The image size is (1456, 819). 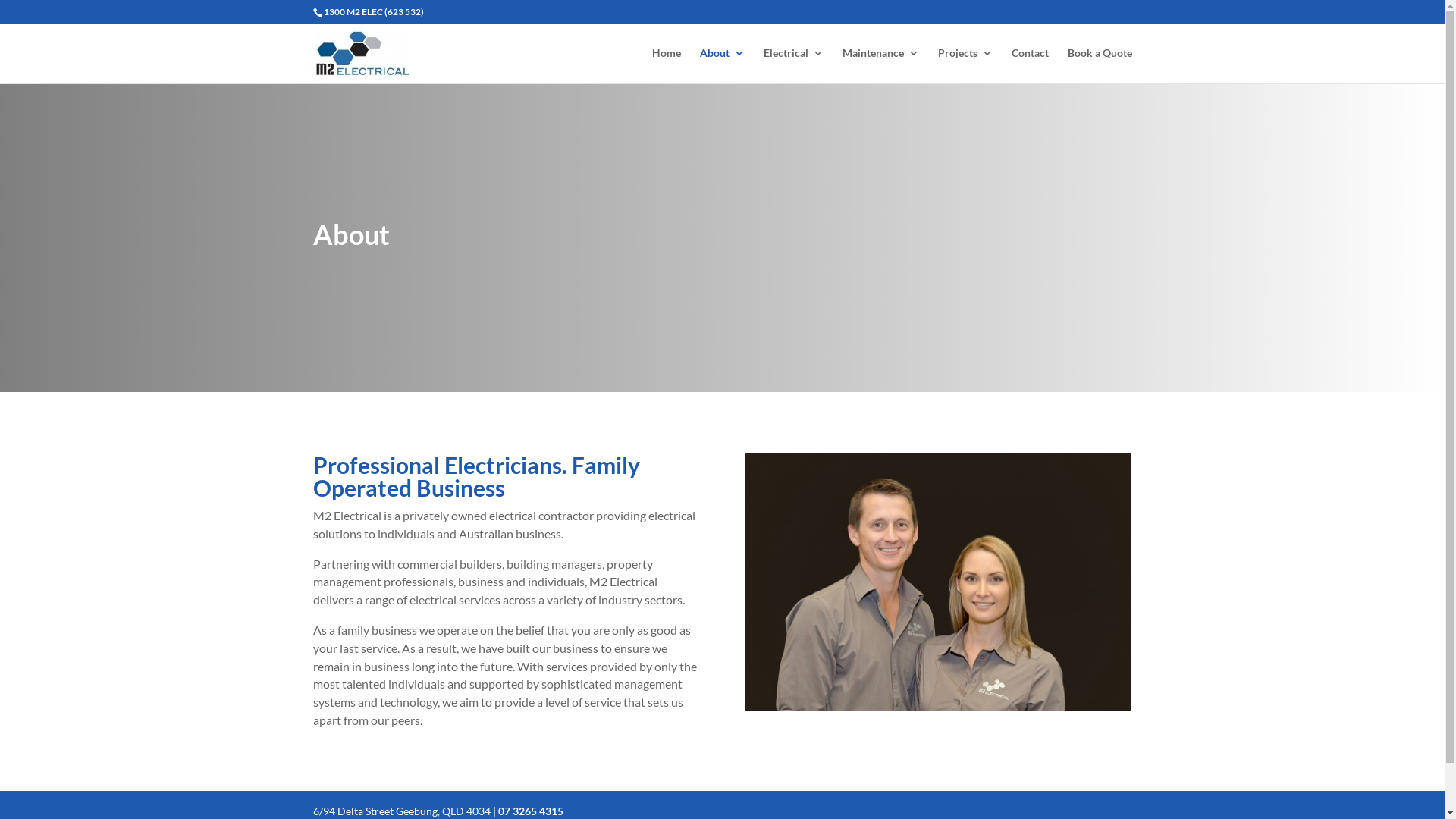 What do you see at coordinates (880, 64) in the screenshot?
I see `'Maintenance'` at bounding box center [880, 64].